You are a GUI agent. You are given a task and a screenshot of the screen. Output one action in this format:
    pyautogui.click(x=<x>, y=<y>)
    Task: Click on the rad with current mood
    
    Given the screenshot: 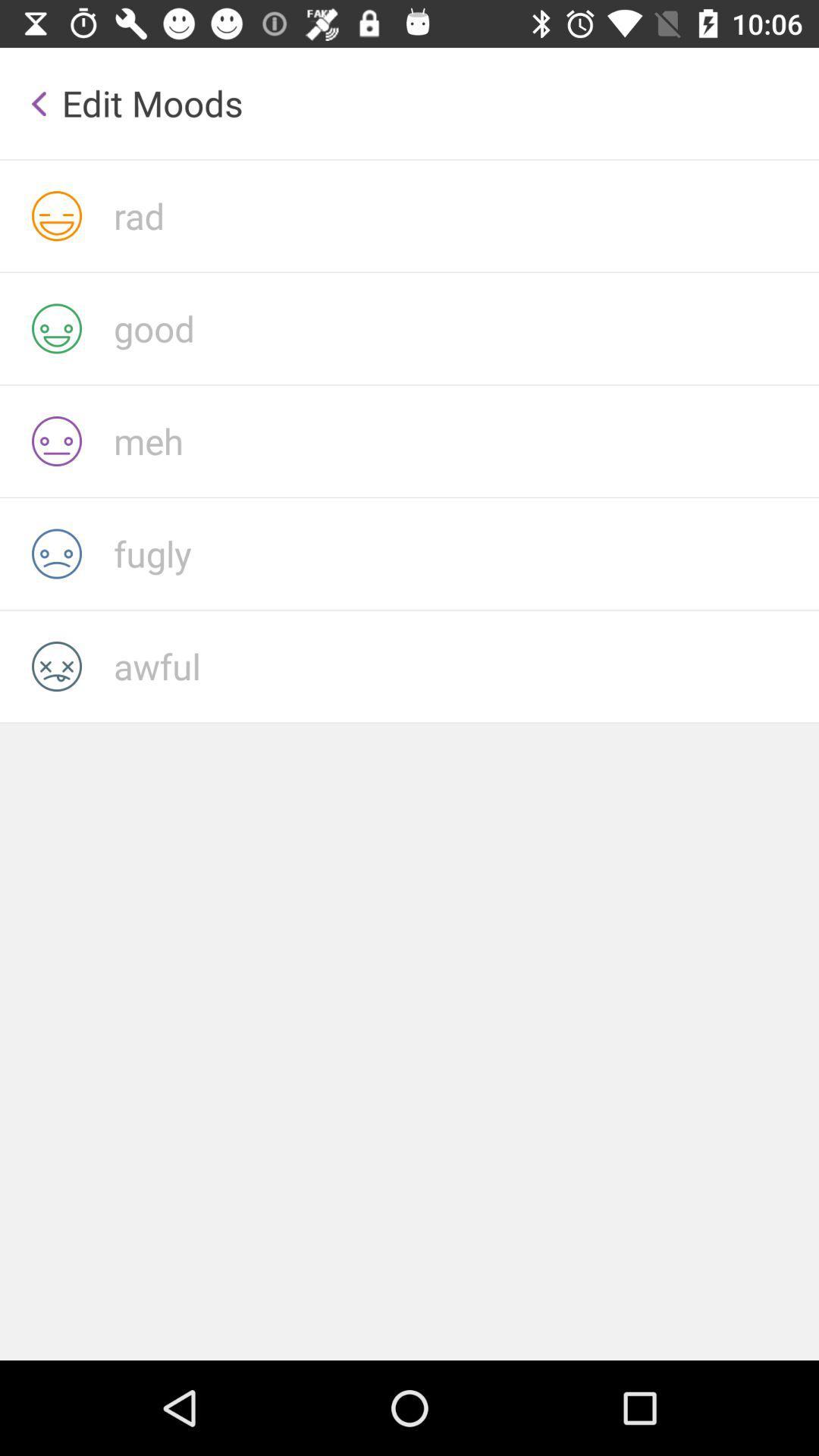 What is the action you would take?
    pyautogui.click(x=465, y=215)
    